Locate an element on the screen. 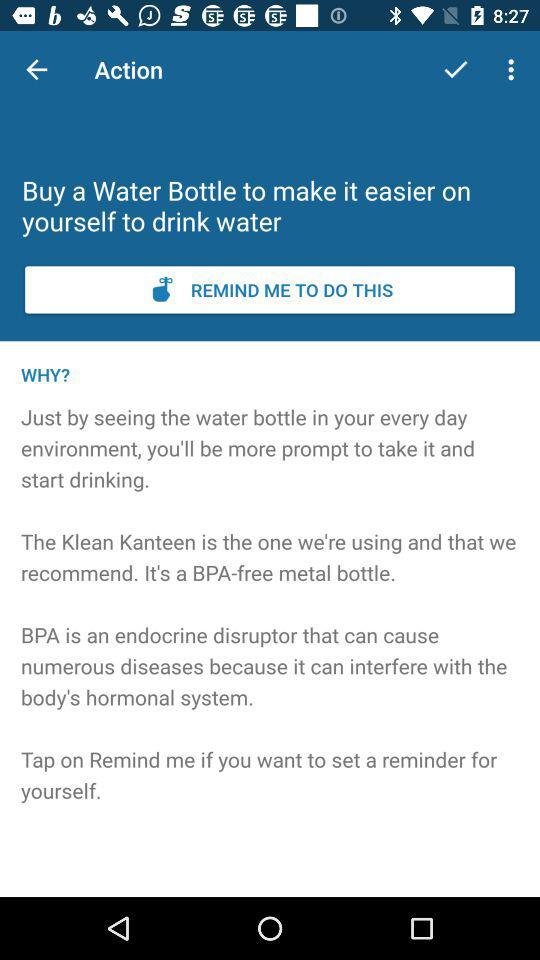  set reminder is located at coordinates (270, 288).